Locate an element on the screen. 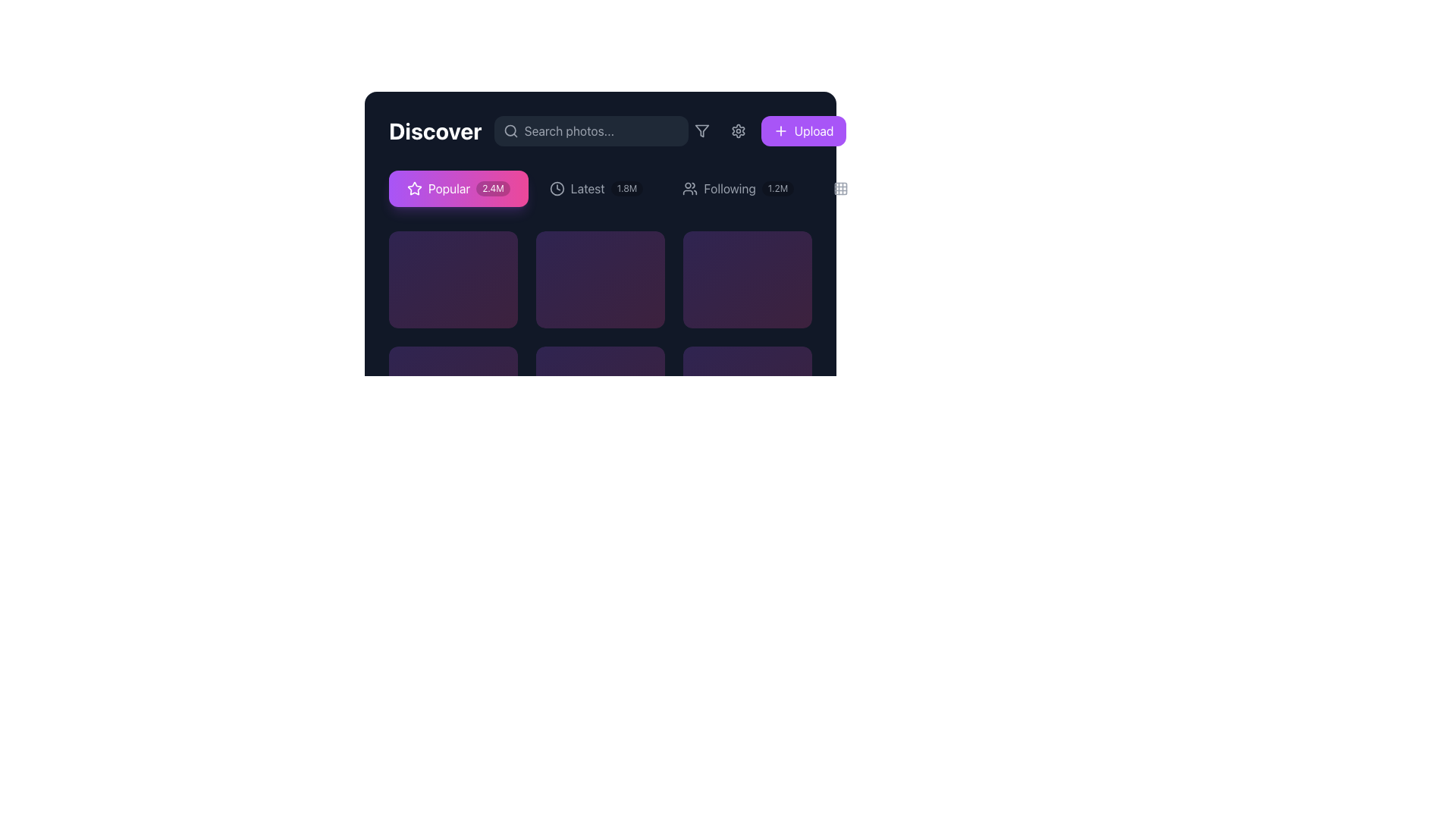 This screenshot has height=819, width=1456. the Badge that indicates the number of items, views, or followers associated with the 'Latest' category, located near the top center of the interface adjacent to the text 'Latest' is located at coordinates (627, 188).